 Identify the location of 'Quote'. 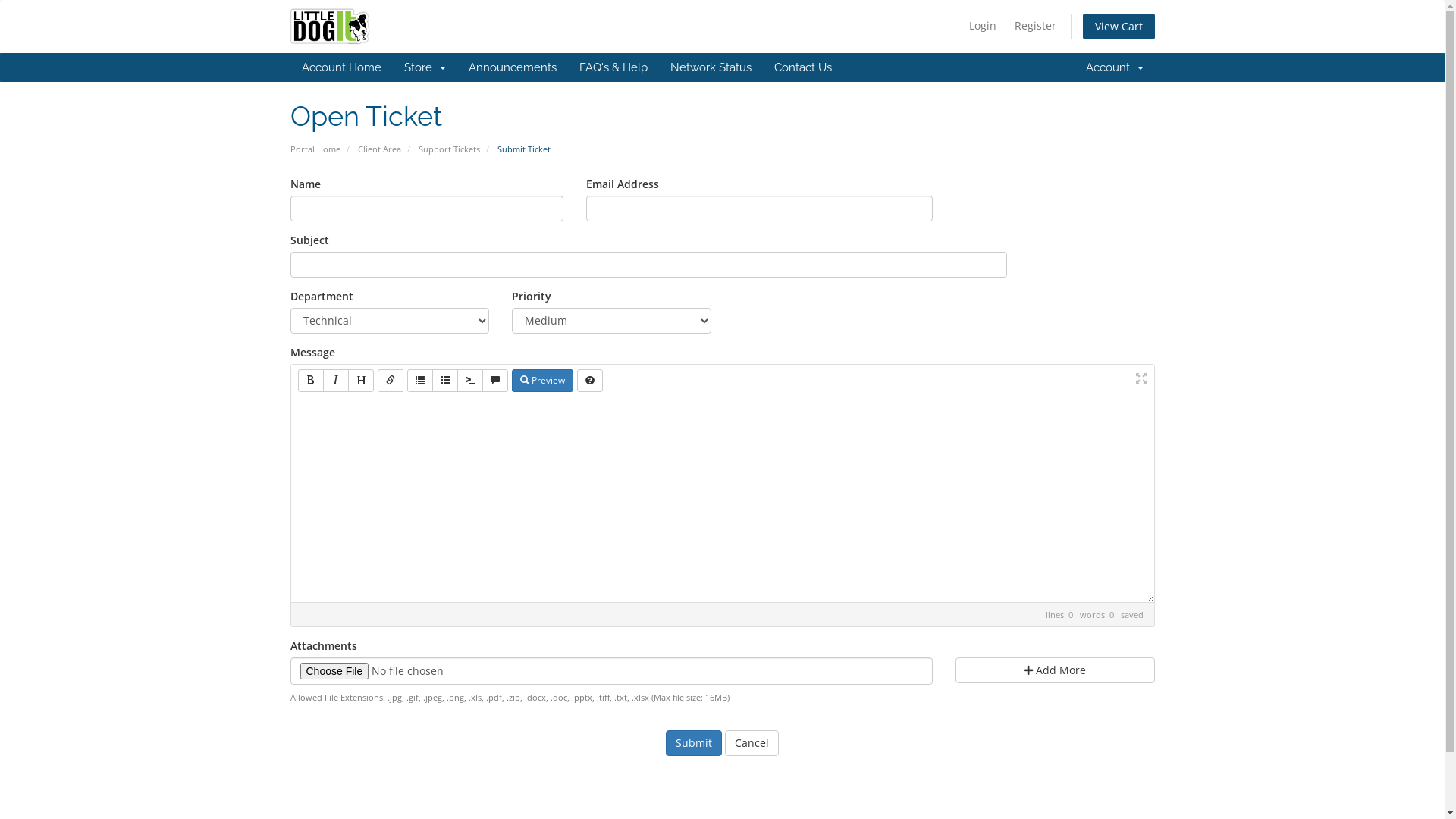
(494, 379).